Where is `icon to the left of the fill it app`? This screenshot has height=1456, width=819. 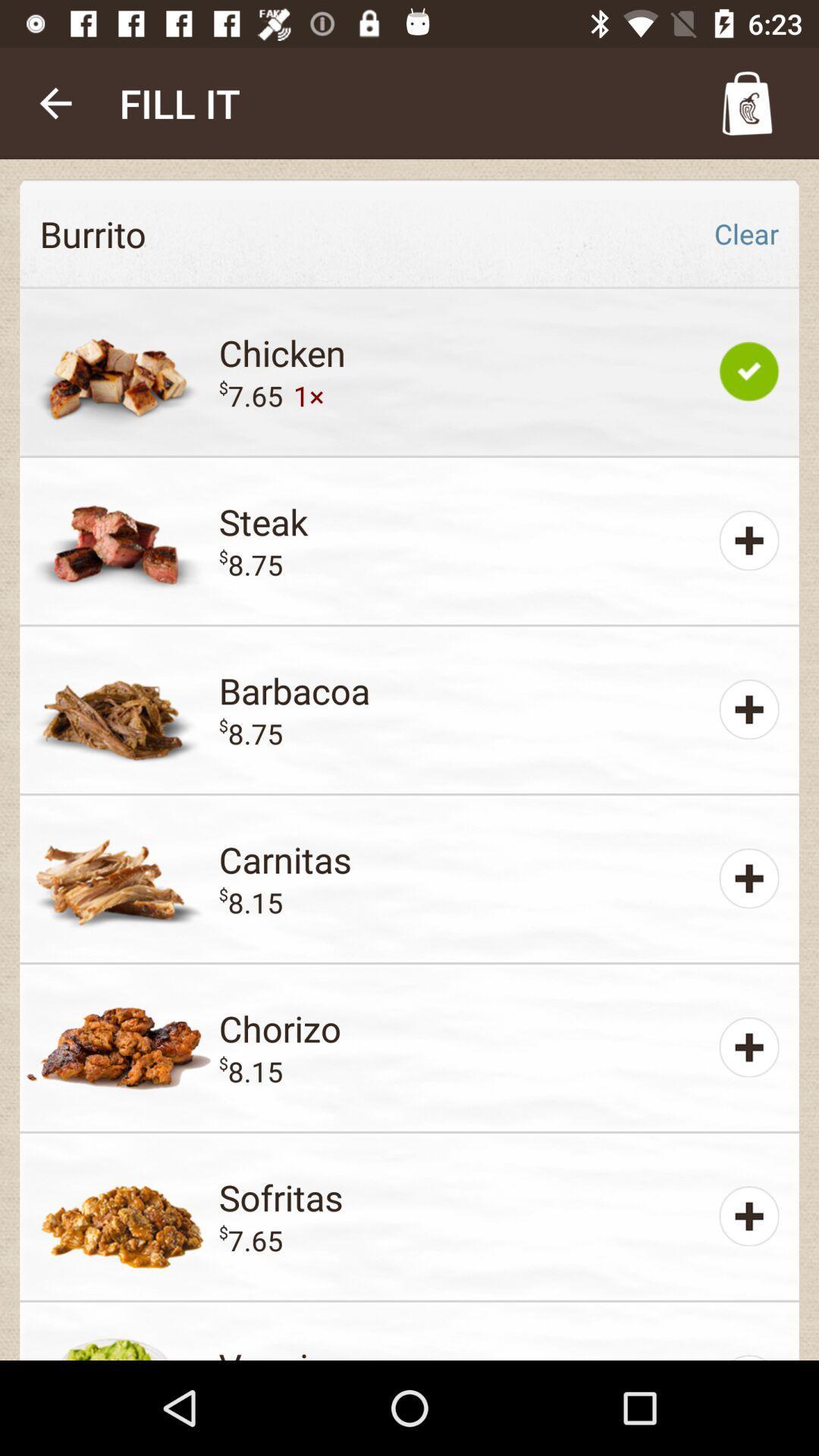
icon to the left of the fill it app is located at coordinates (55, 102).